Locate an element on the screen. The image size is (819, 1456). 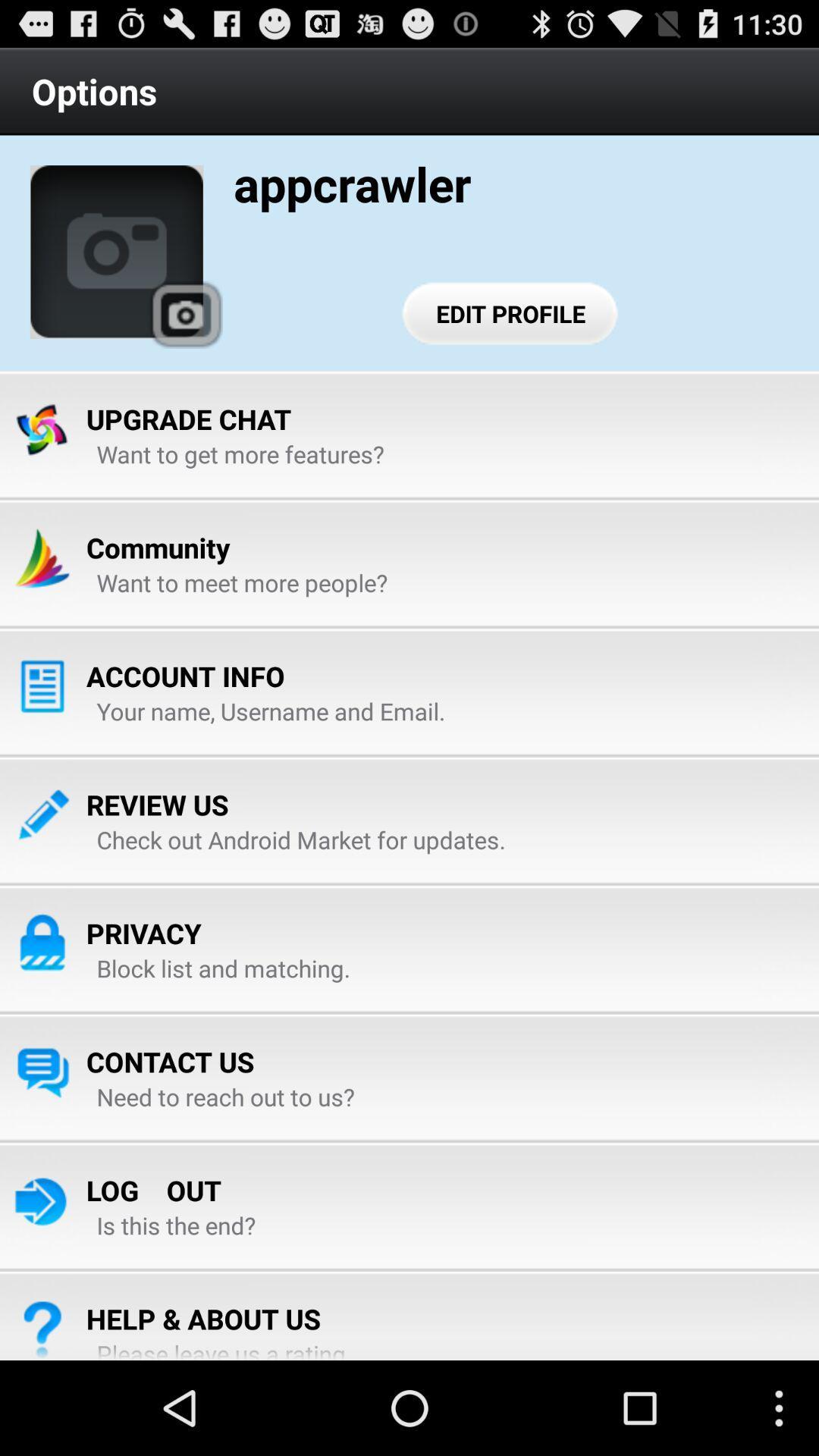
app above the help & about us is located at coordinates (175, 1225).